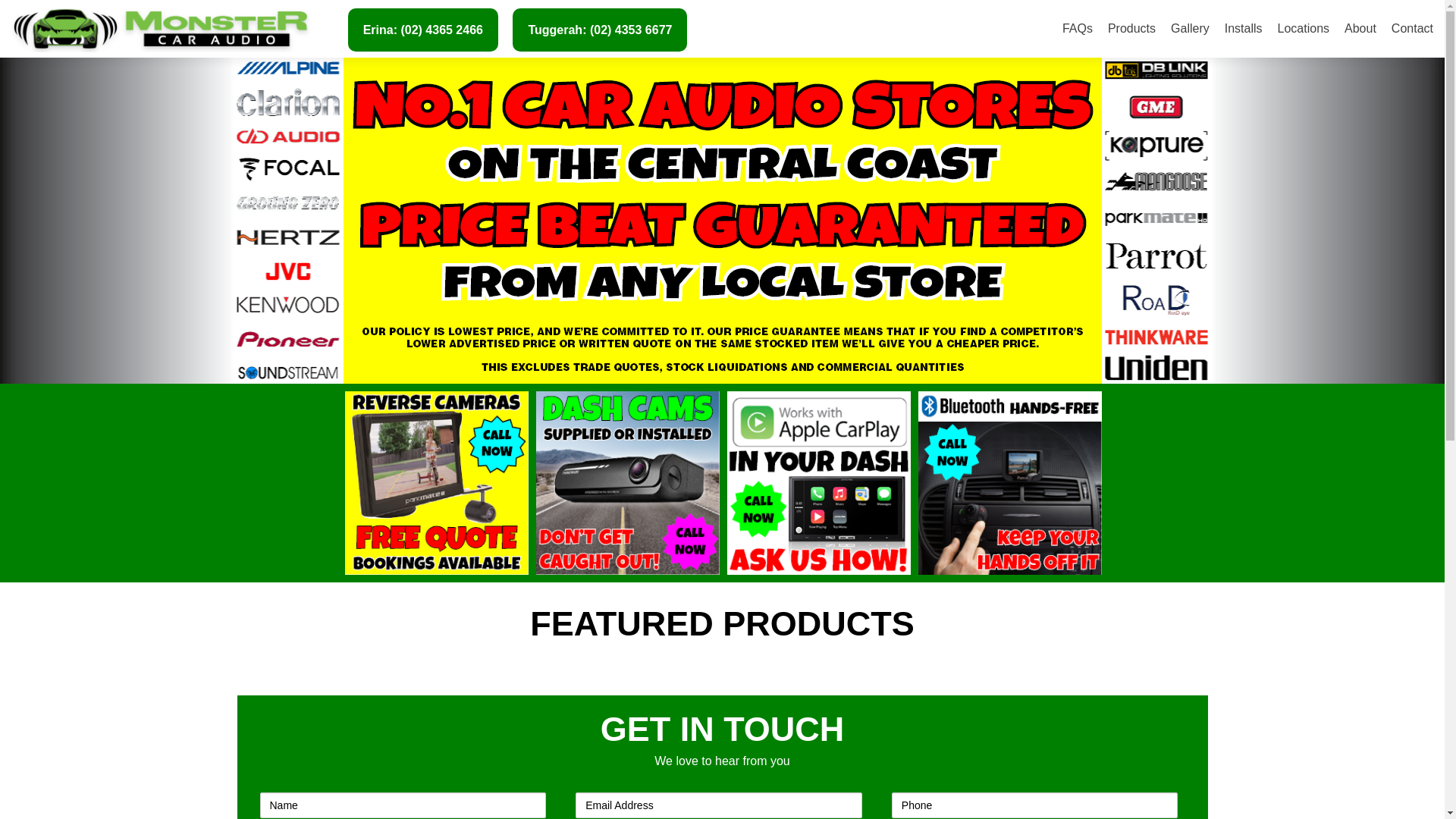 Image resolution: width=1456 pixels, height=819 pixels. I want to click on 'Contact', so click(1411, 28).